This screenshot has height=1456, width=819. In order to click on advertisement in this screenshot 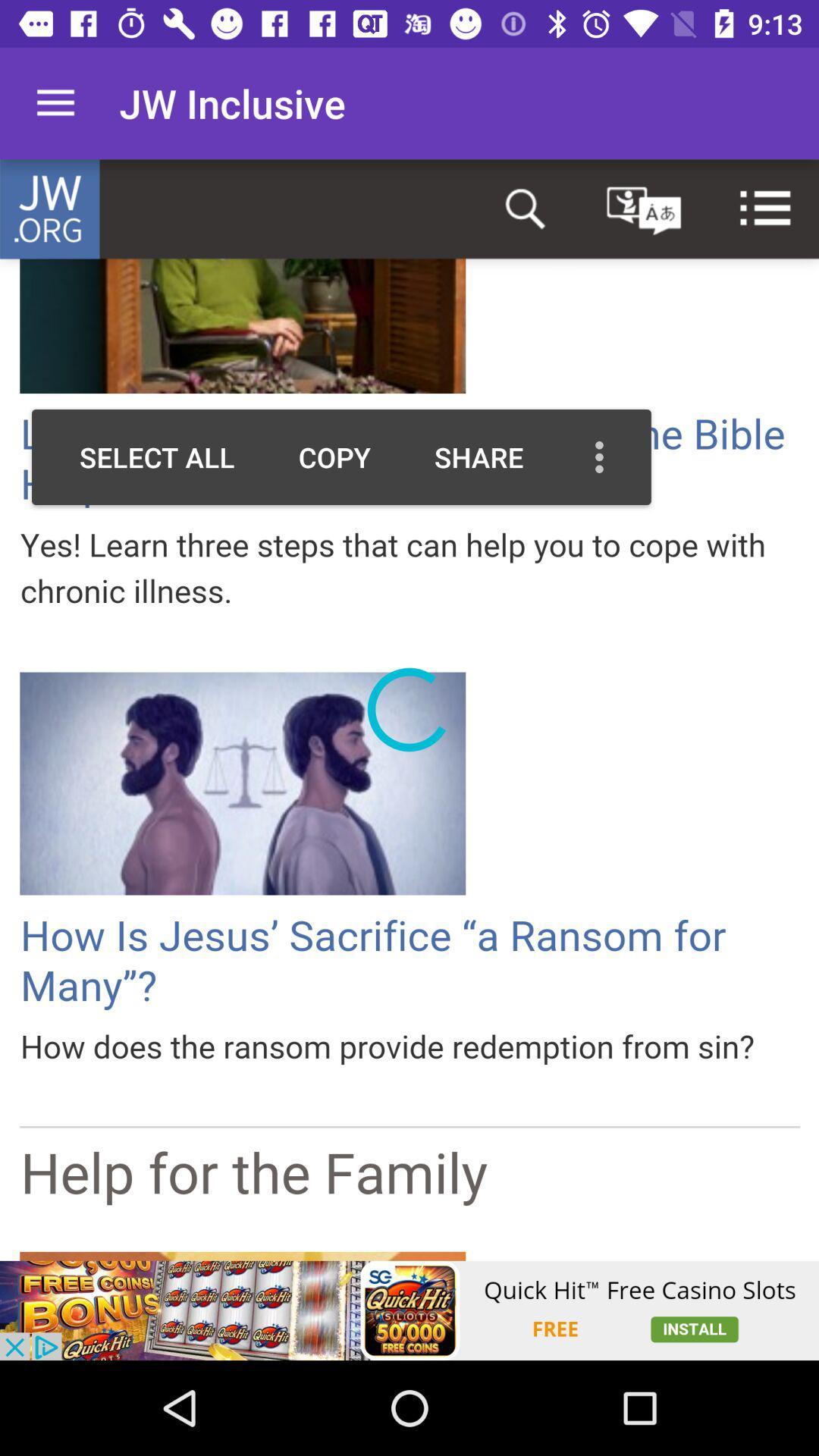, I will do `click(409, 1310)`.